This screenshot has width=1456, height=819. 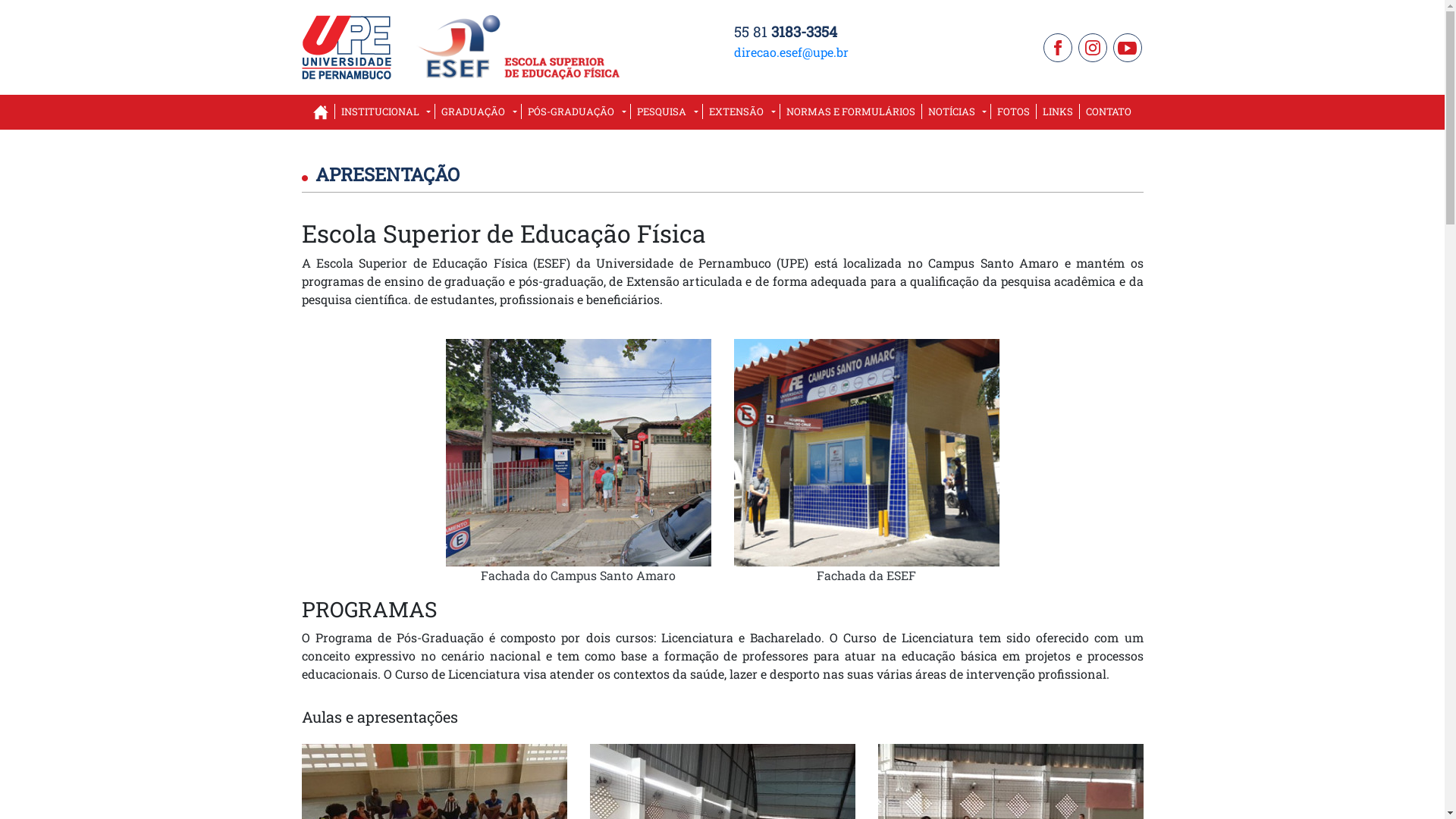 I want to click on 'direcao.esef@upe.br', so click(x=790, y=51).